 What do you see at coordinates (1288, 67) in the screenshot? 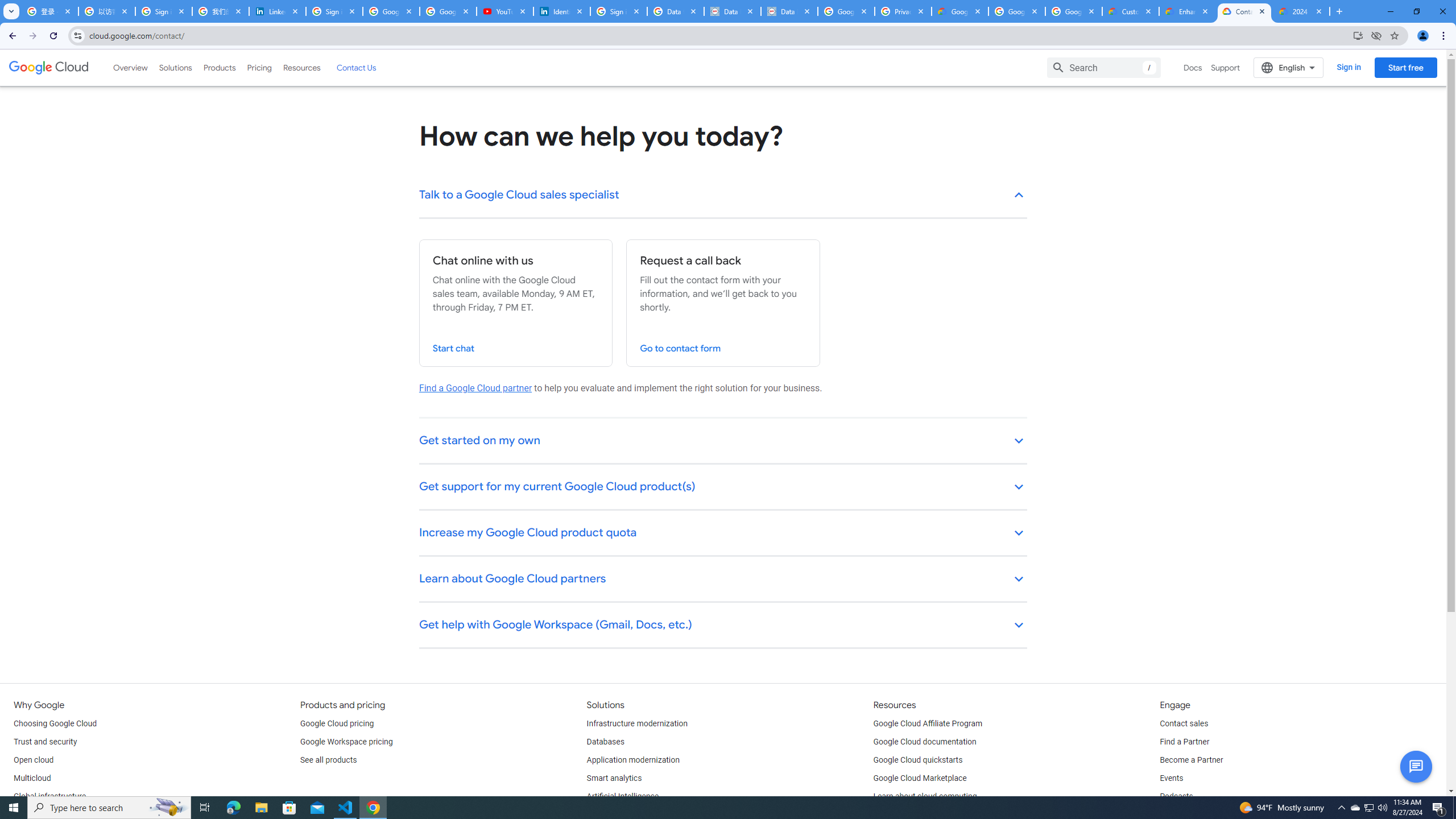
I see `'English'` at bounding box center [1288, 67].